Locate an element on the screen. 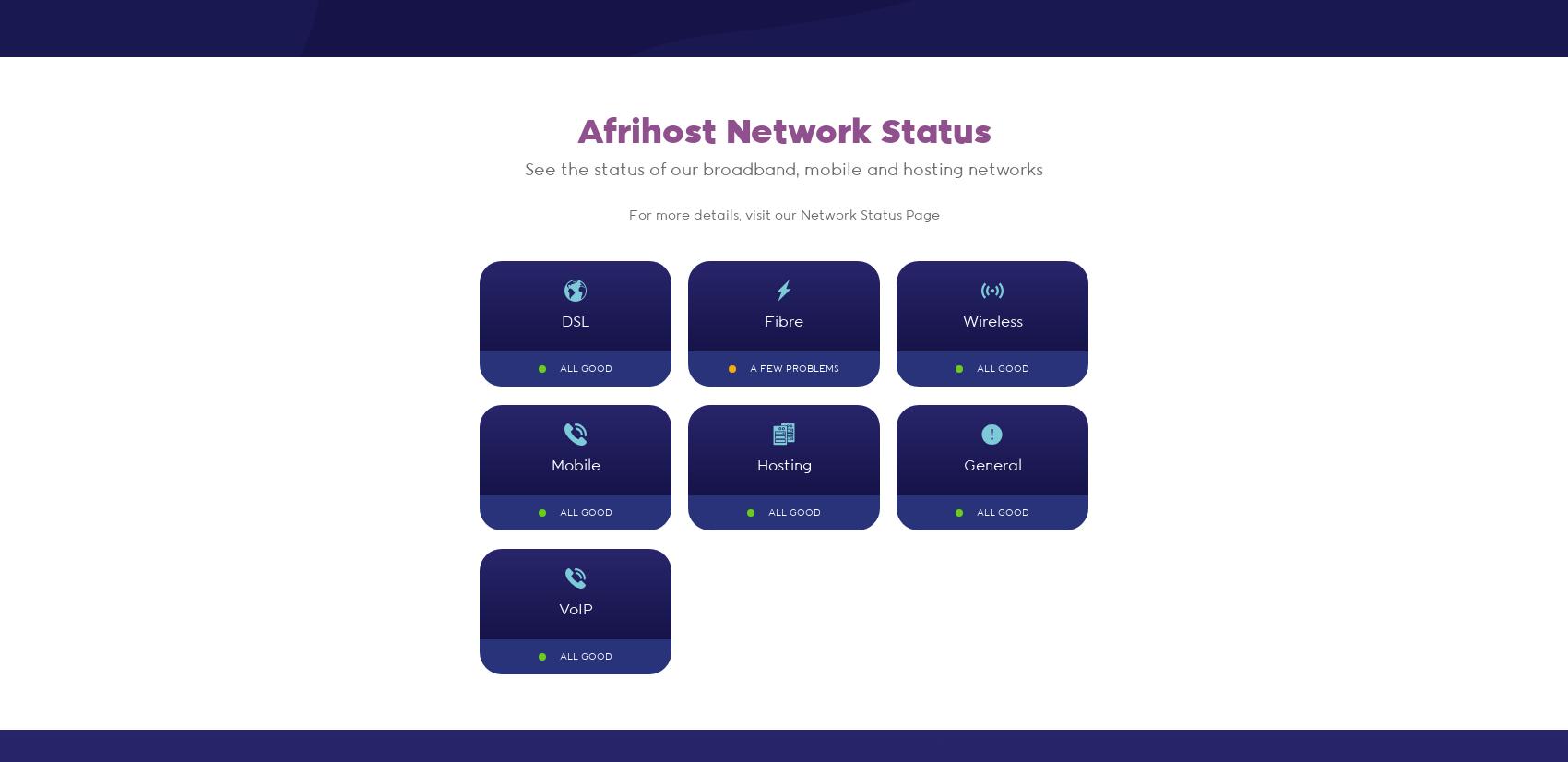 Image resolution: width=1568 pixels, height=762 pixels. 'A few problems' is located at coordinates (794, 368).